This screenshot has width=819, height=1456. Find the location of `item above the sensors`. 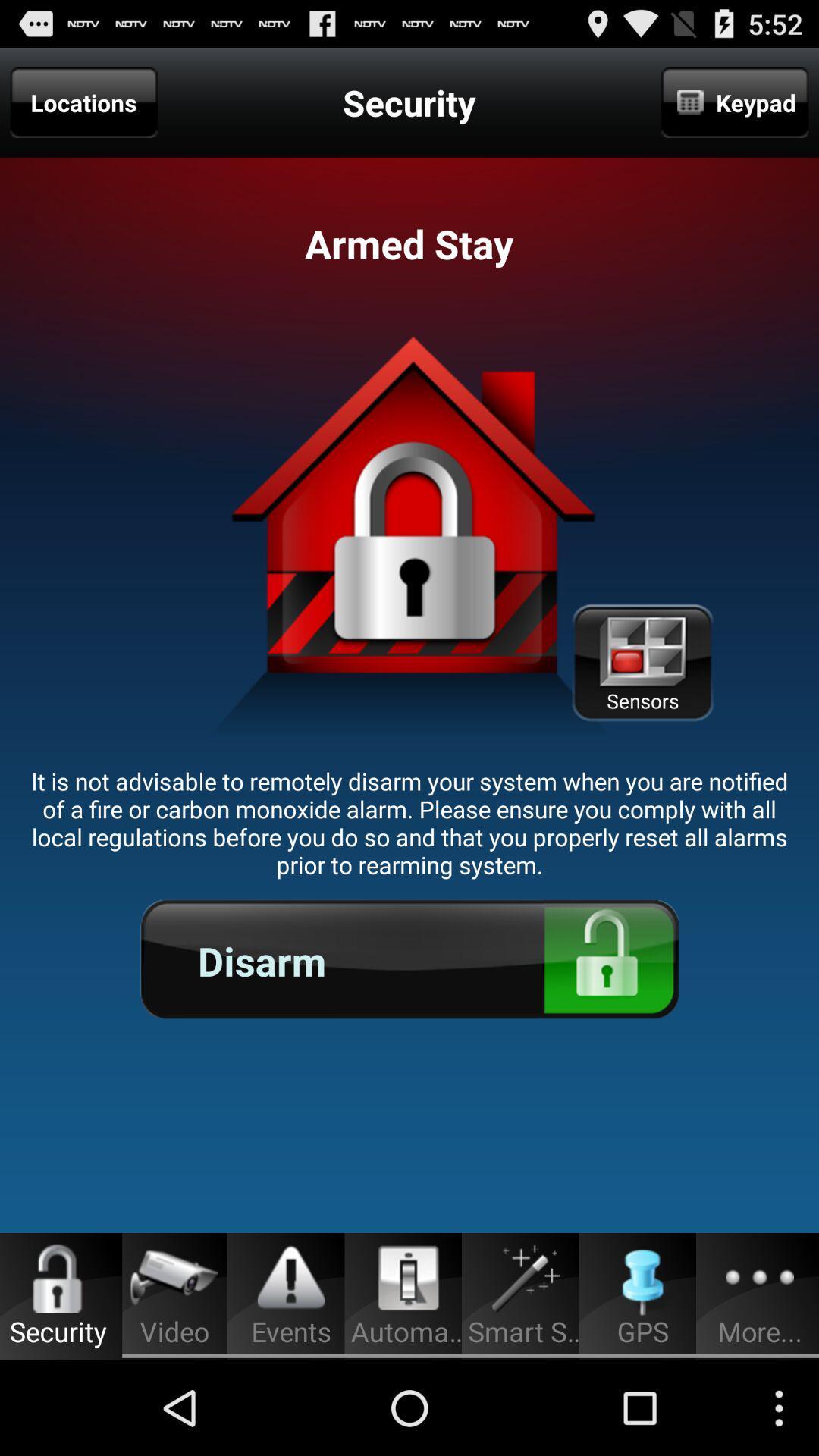

item above the sensors is located at coordinates (734, 102).